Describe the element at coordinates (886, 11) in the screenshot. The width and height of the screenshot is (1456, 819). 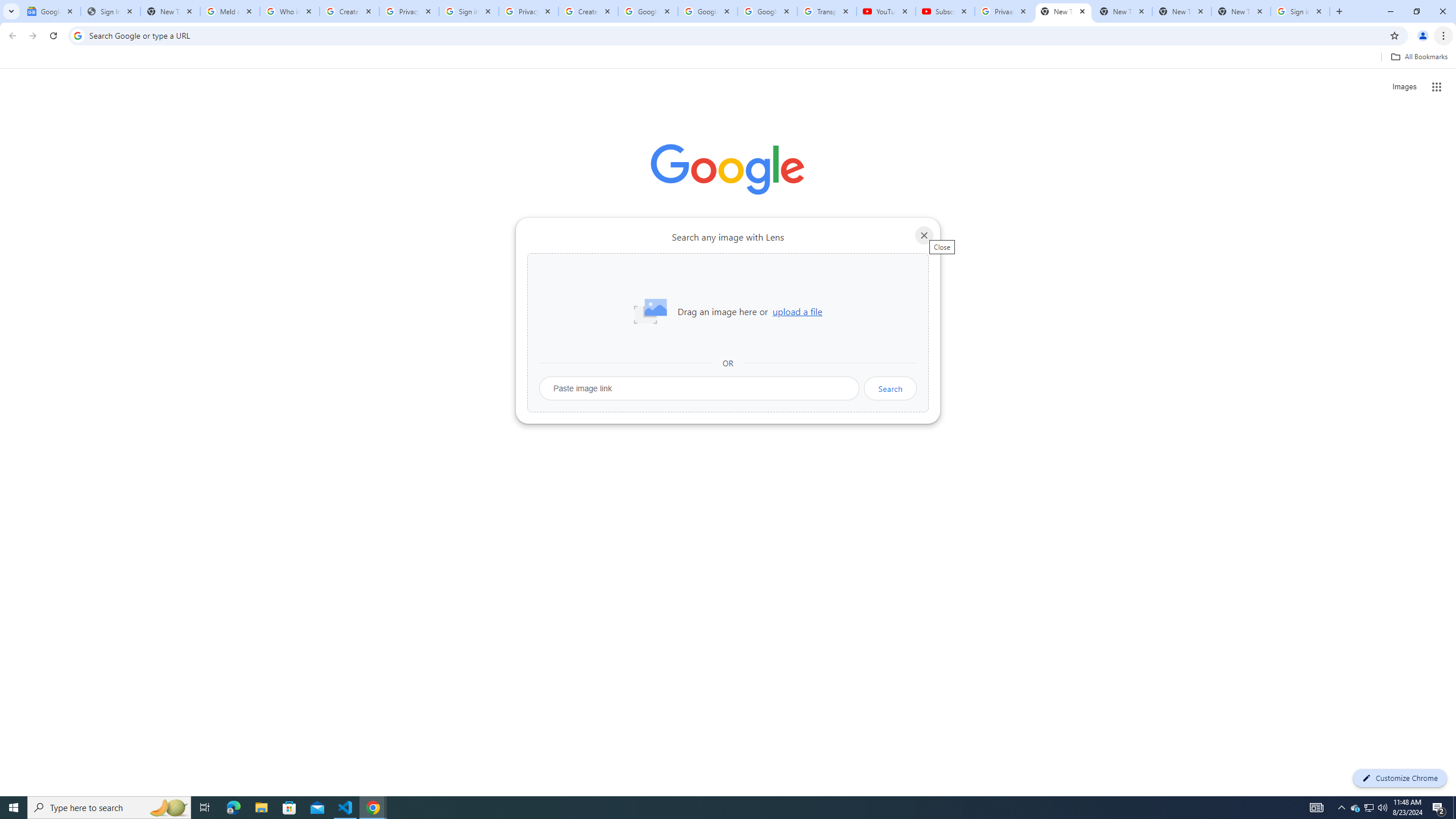
I see `'YouTube'` at that location.